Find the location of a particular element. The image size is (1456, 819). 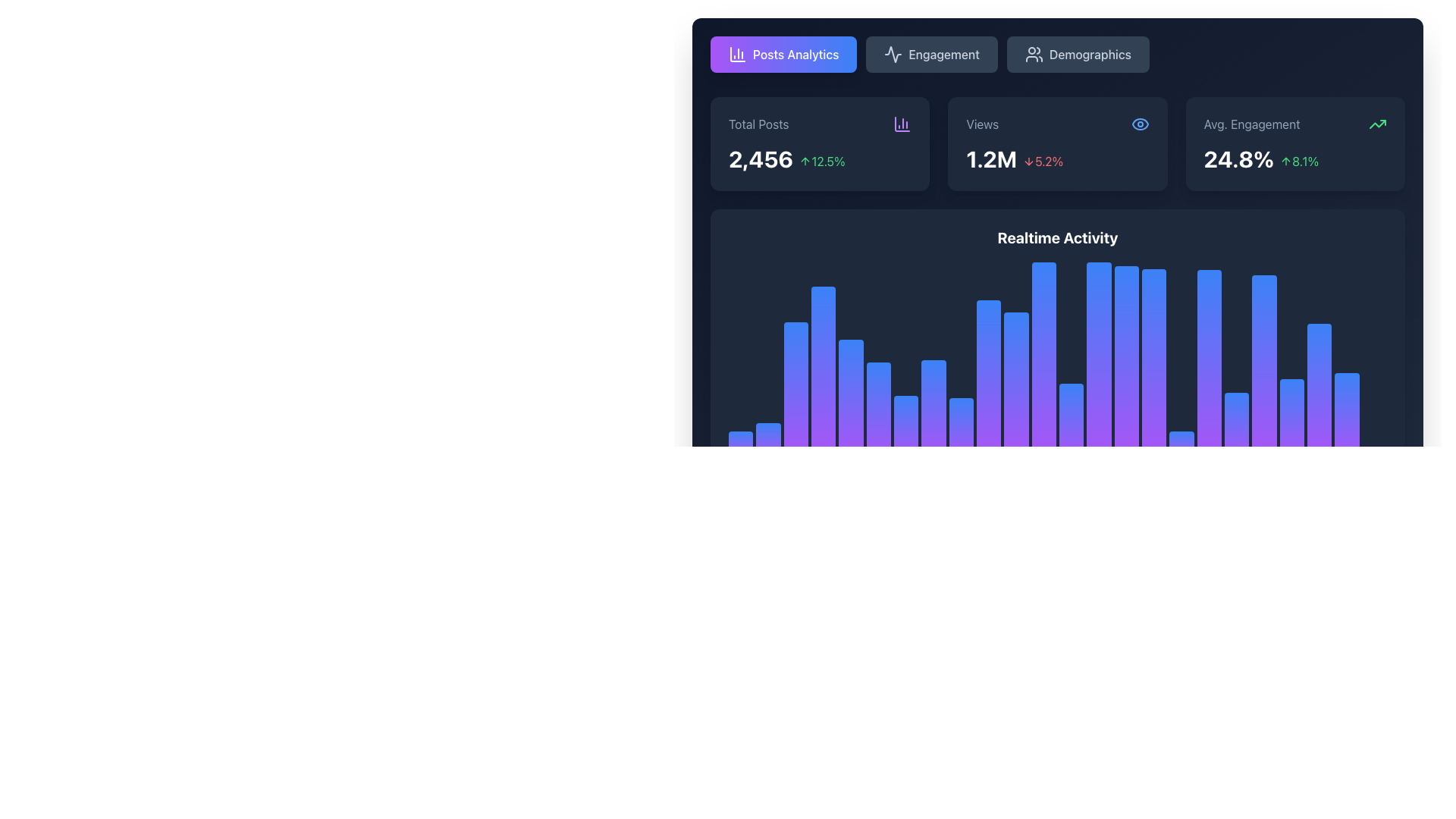

the bar chart icon located to the left of the 'Posts Analytics' text within the button in the top-left corner of the interface is located at coordinates (738, 54).